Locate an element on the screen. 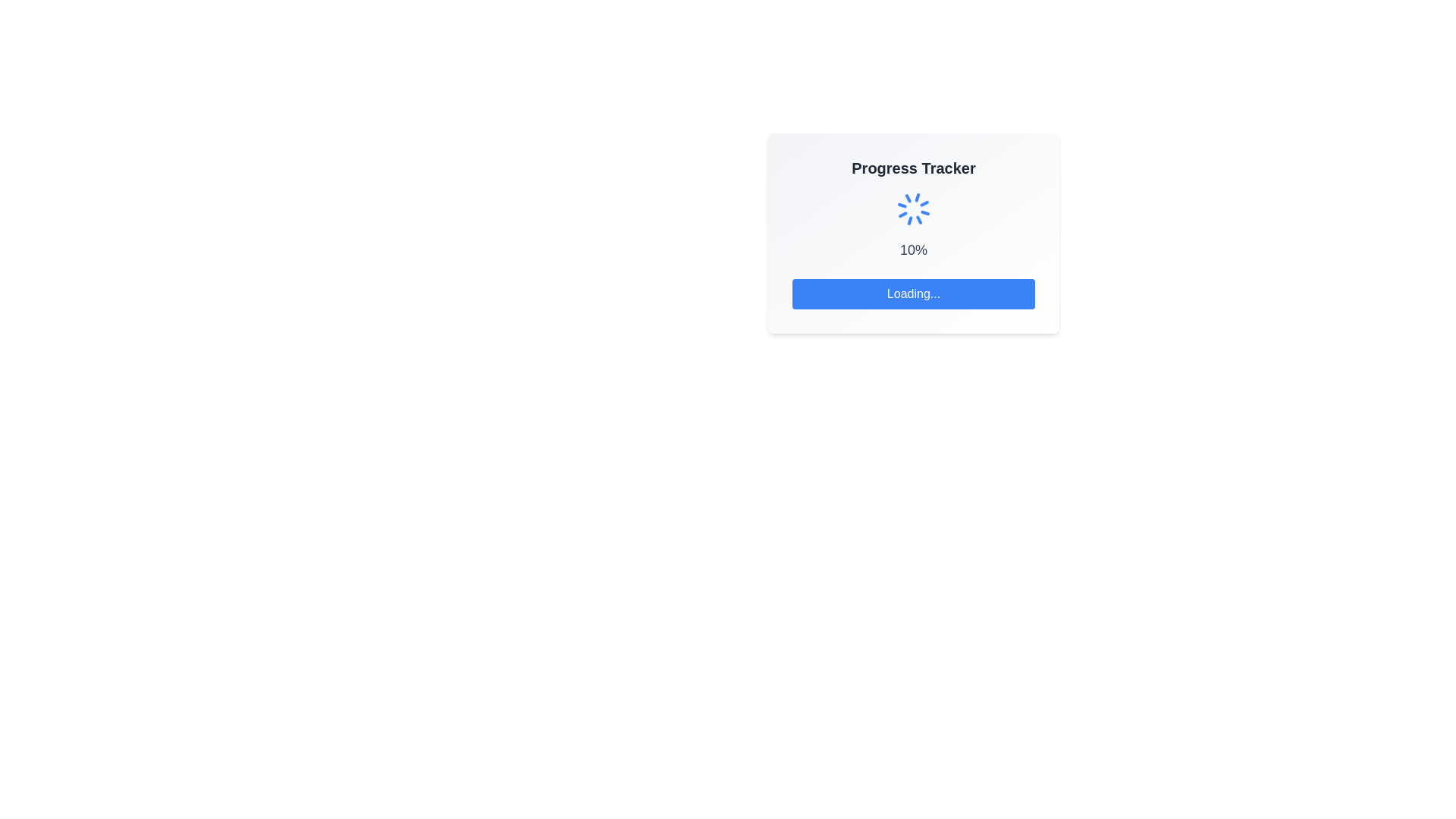 Image resolution: width=1456 pixels, height=819 pixels. the button with the label 'Loading...' which has a blue background, white text, and rounded corners, located at the bottom of the 'Progress Tracker' card is located at coordinates (912, 294).